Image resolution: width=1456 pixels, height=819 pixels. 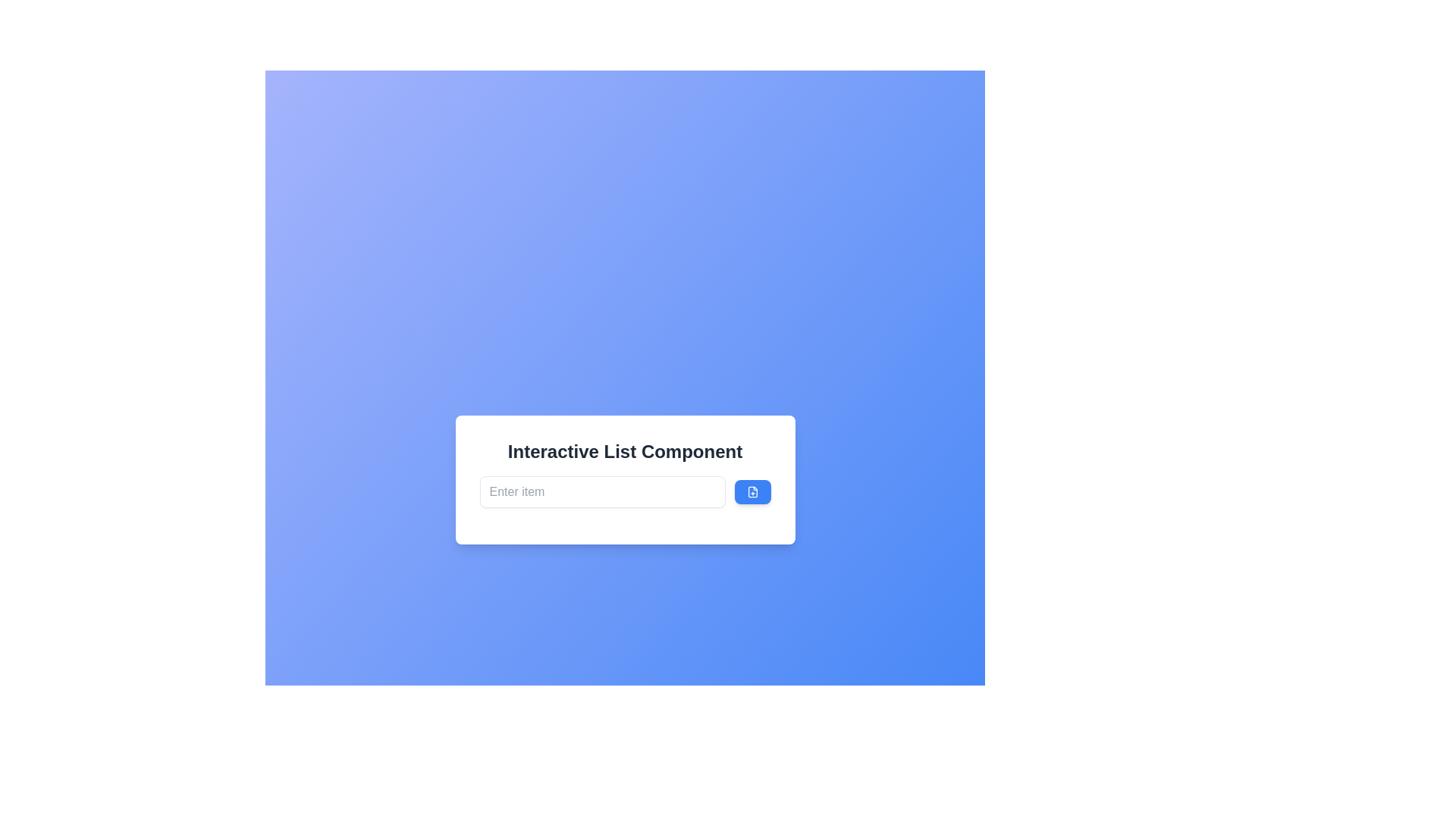 What do you see at coordinates (752, 491) in the screenshot?
I see `the blue button with an icon located at the bottom right corner of the interactive form to initiate the creation or addition action` at bounding box center [752, 491].